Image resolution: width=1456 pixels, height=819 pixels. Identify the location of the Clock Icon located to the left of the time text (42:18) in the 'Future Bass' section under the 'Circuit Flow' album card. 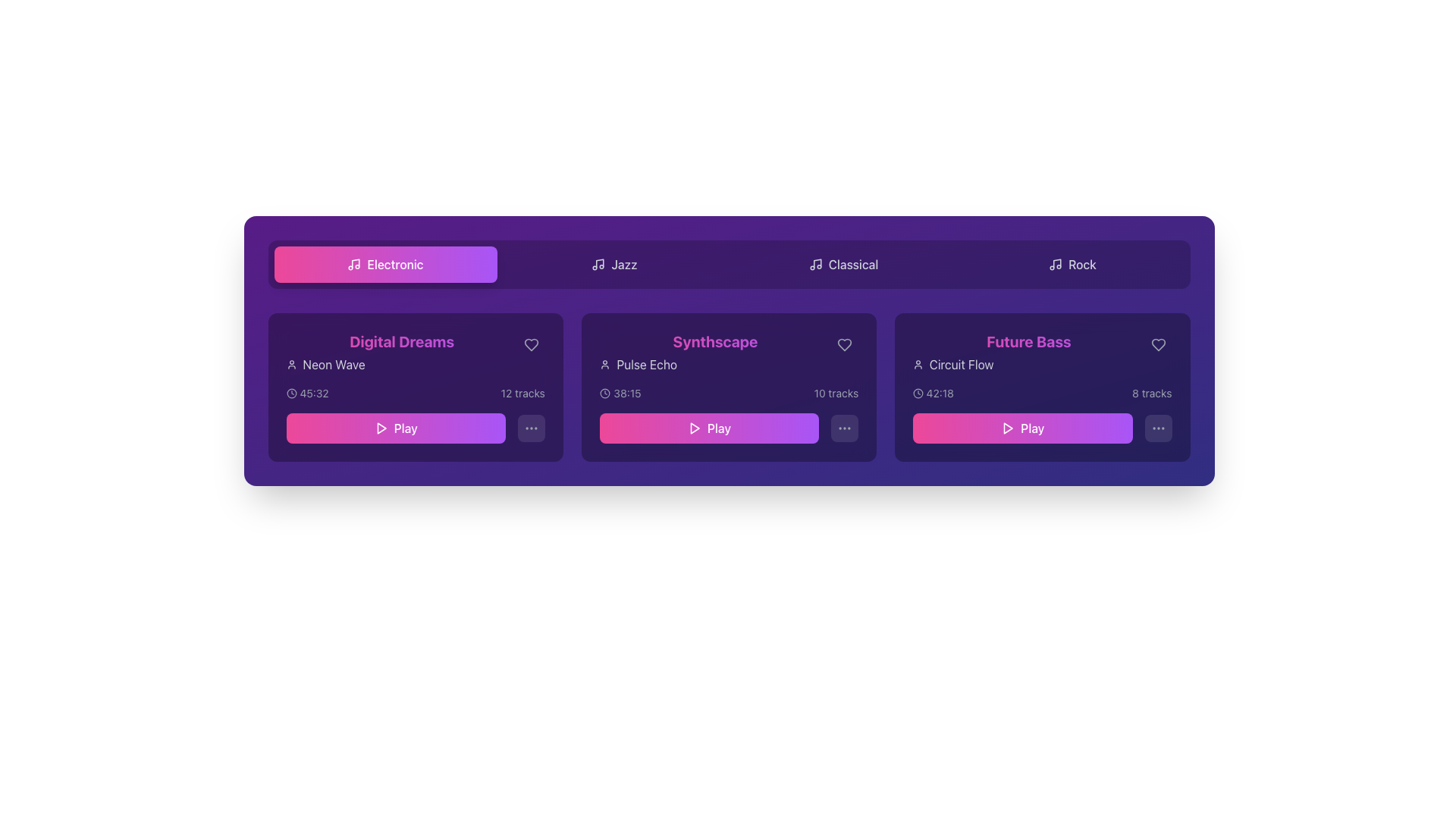
(918, 393).